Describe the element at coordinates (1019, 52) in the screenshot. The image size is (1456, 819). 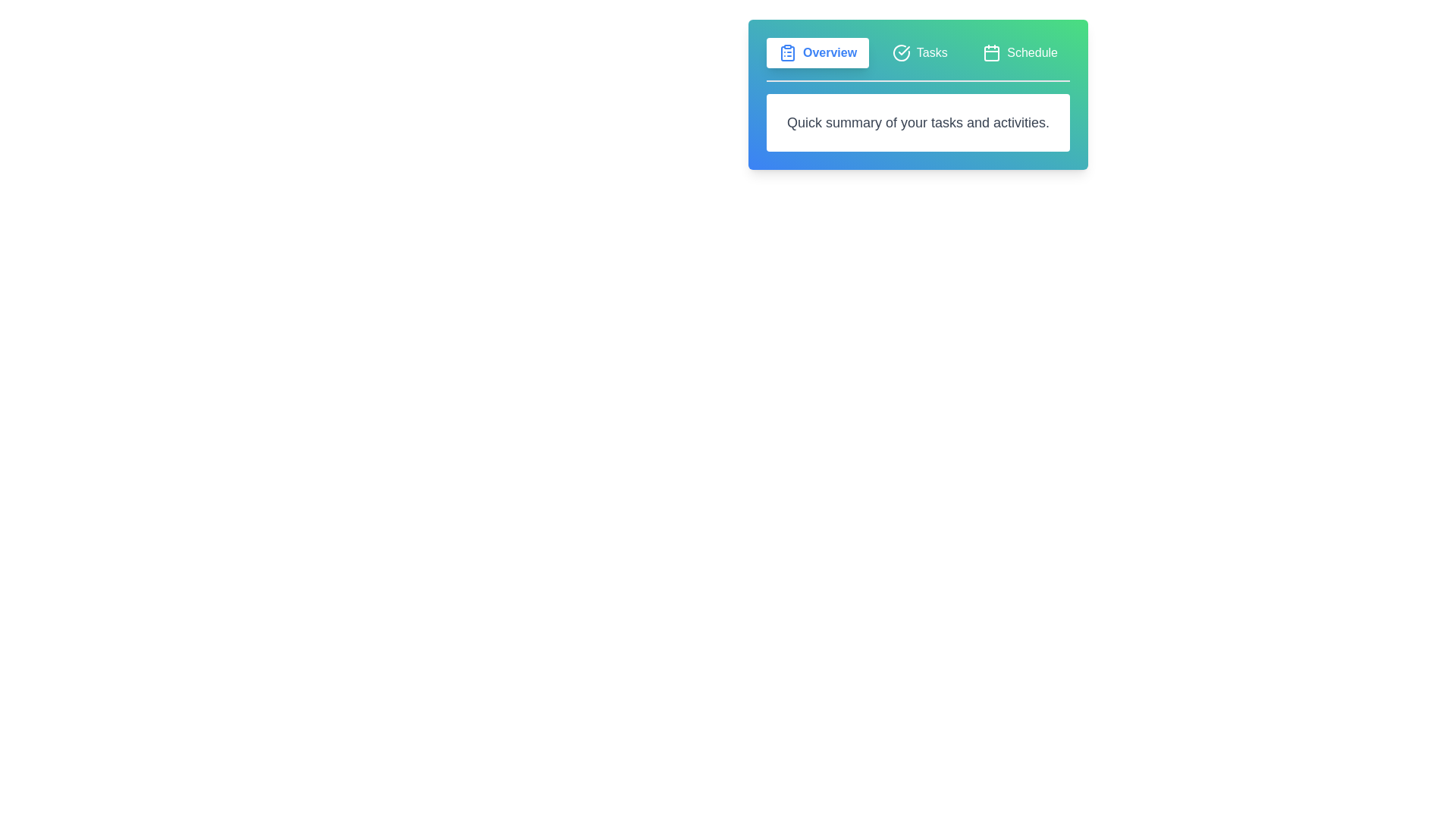
I see `the tab labeled Schedule` at that location.